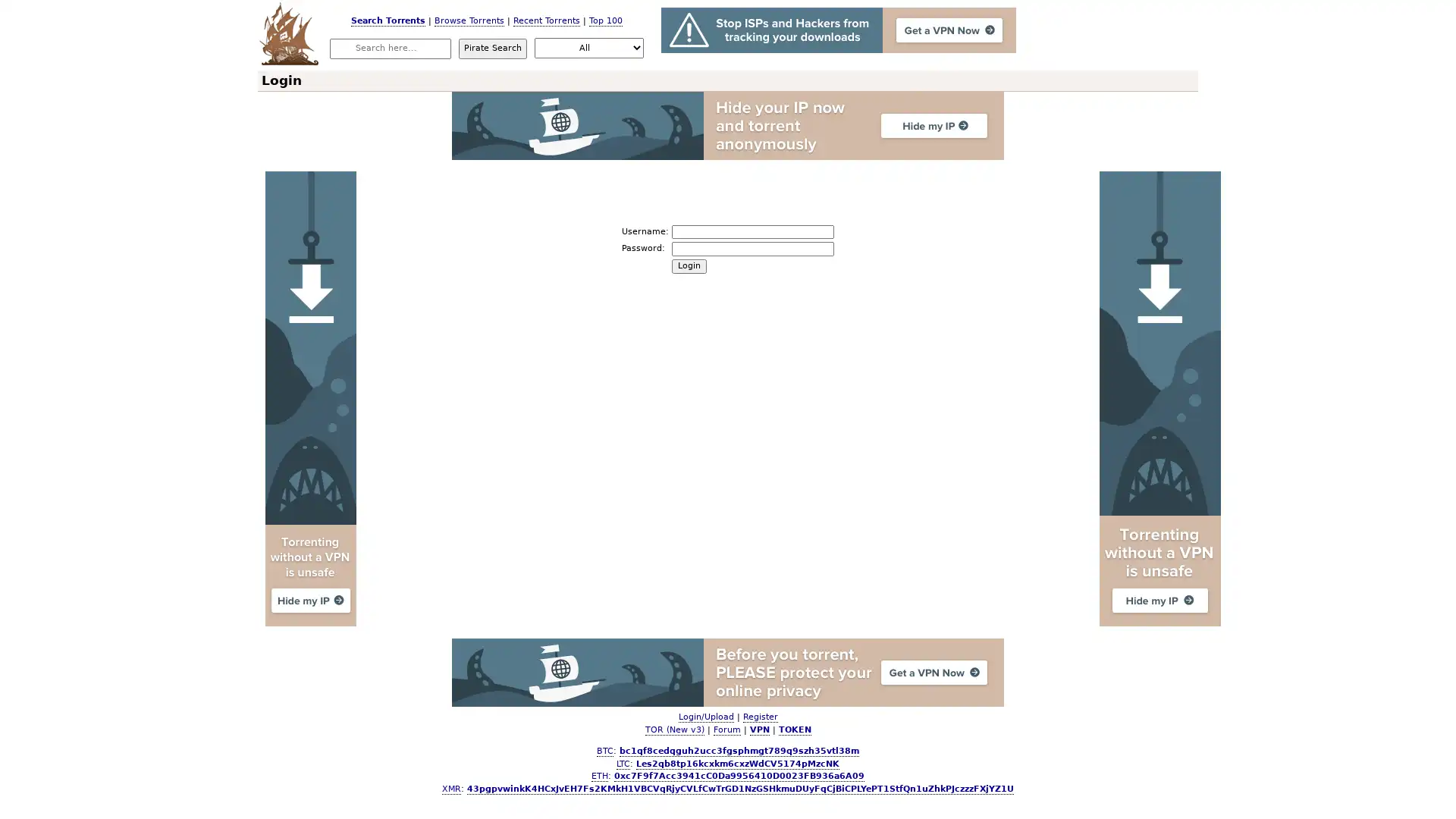 Image resolution: width=1456 pixels, height=819 pixels. What do you see at coordinates (688, 265) in the screenshot?
I see `Login` at bounding box center [688, 265].